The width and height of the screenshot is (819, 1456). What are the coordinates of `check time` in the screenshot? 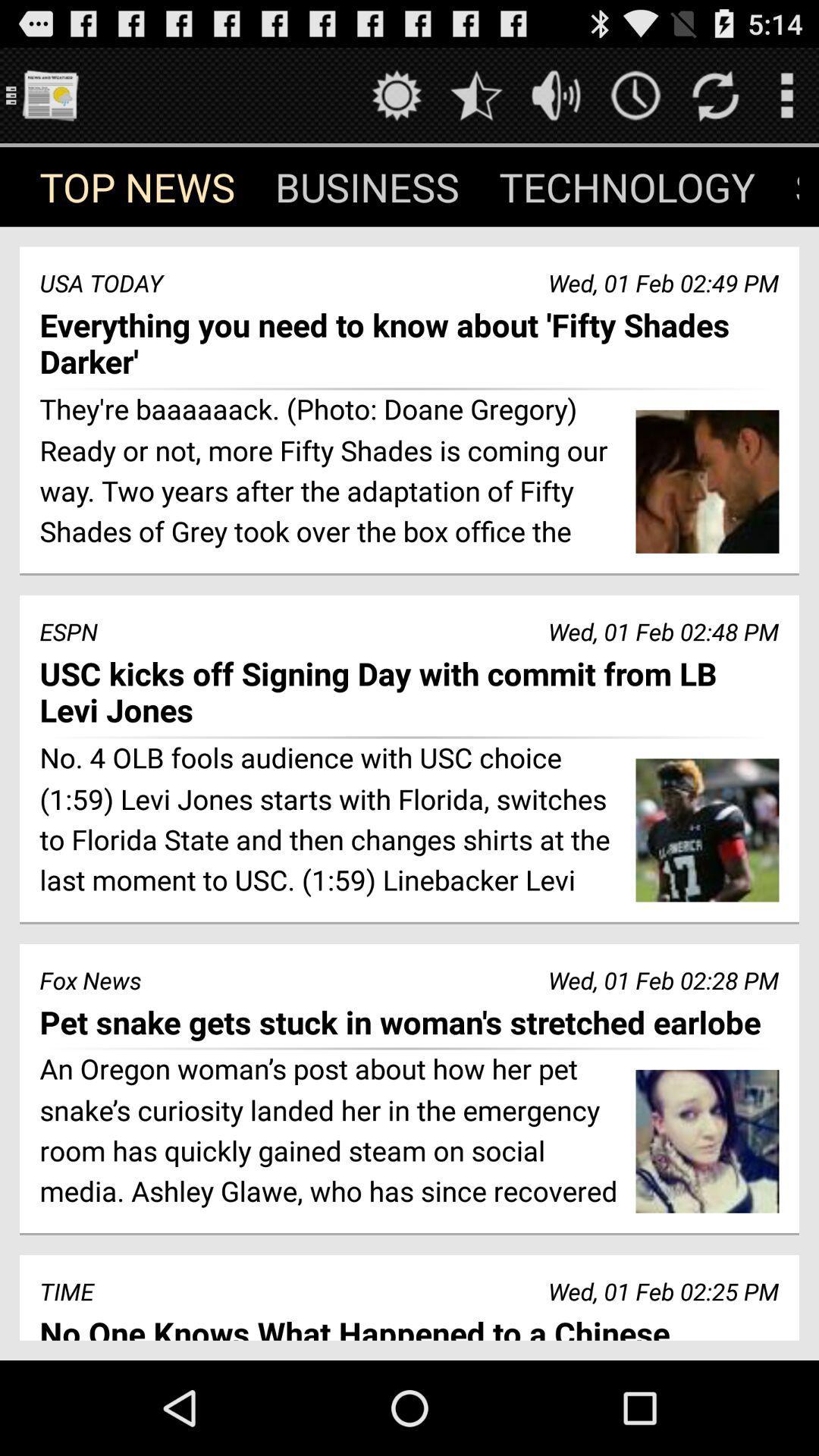 It's located at (635, 94).